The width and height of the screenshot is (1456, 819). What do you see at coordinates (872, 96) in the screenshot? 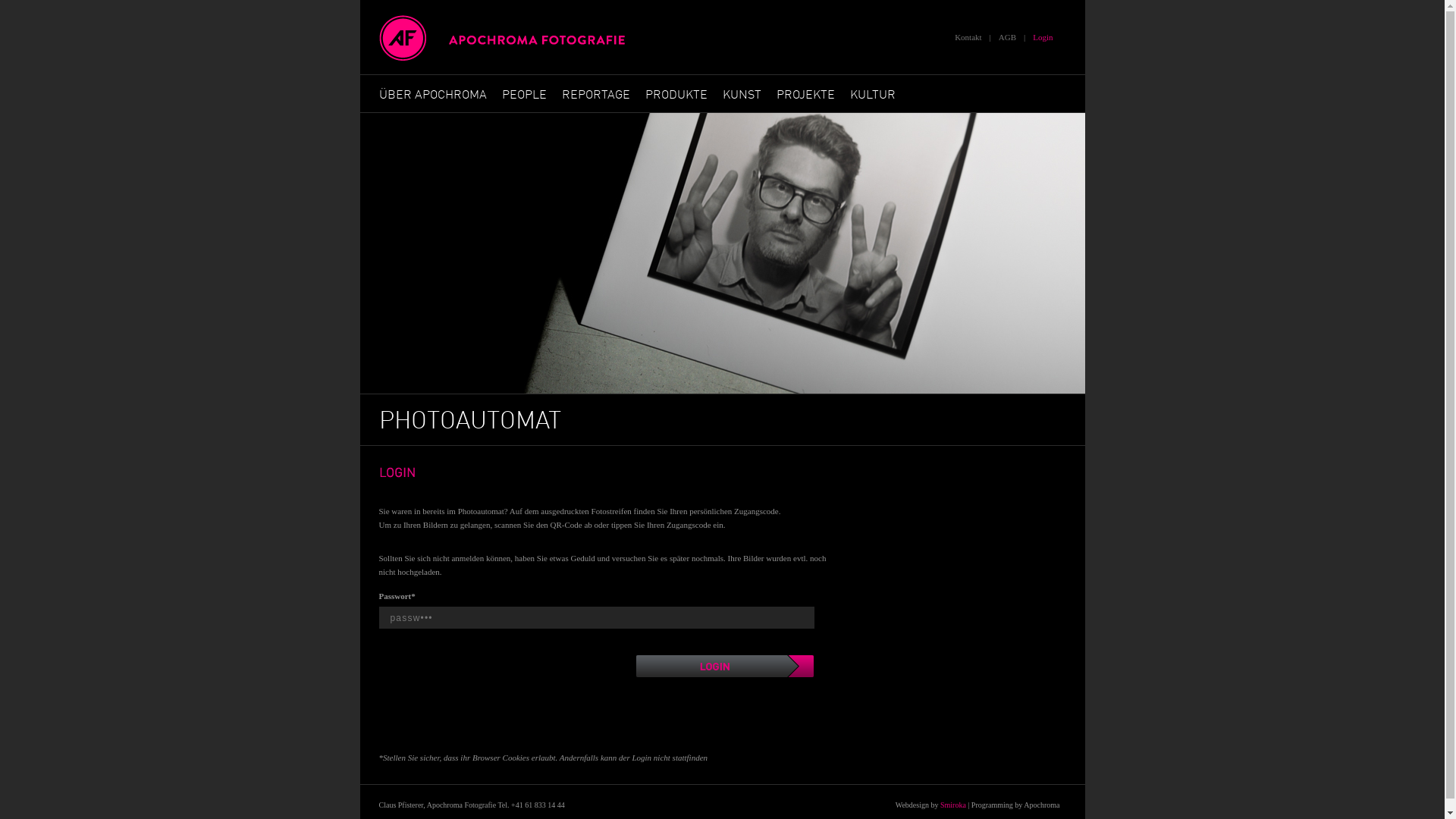
I see `'KULTUR'` at bounding box center [872, 96].